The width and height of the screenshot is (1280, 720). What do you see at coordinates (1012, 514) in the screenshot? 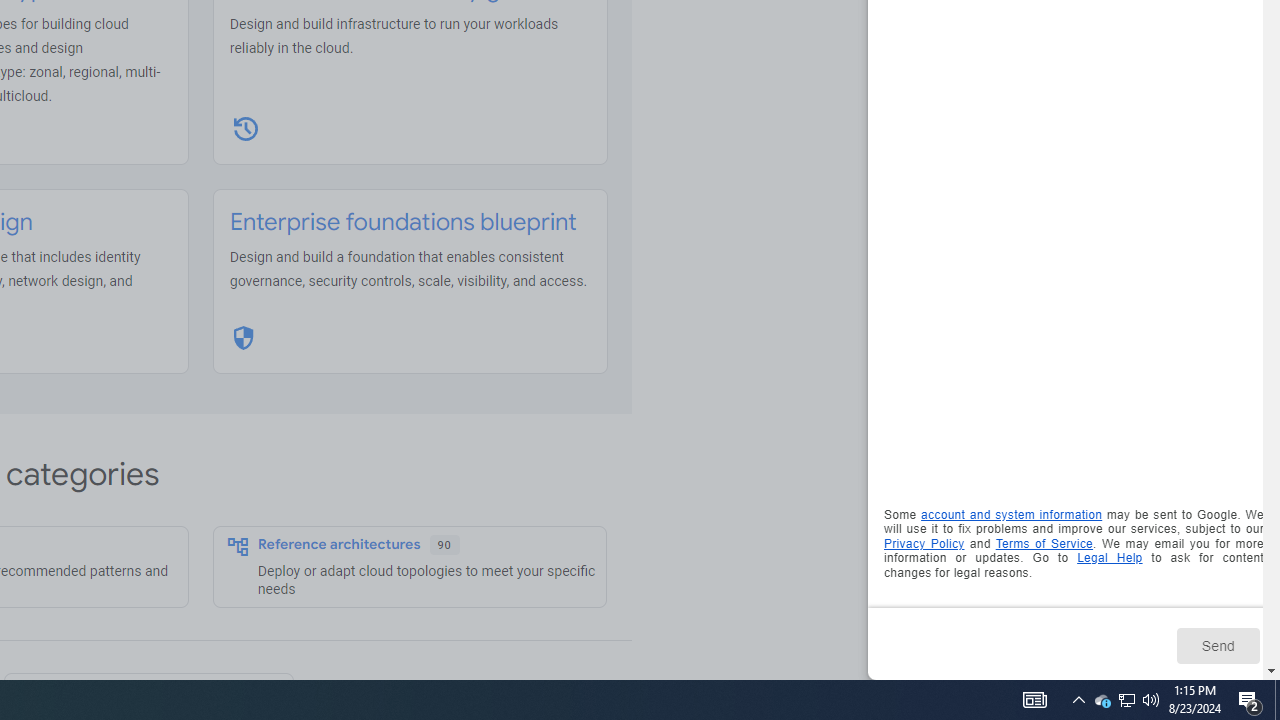
I see `'account and system information'` at bounding box center [1012, 514].